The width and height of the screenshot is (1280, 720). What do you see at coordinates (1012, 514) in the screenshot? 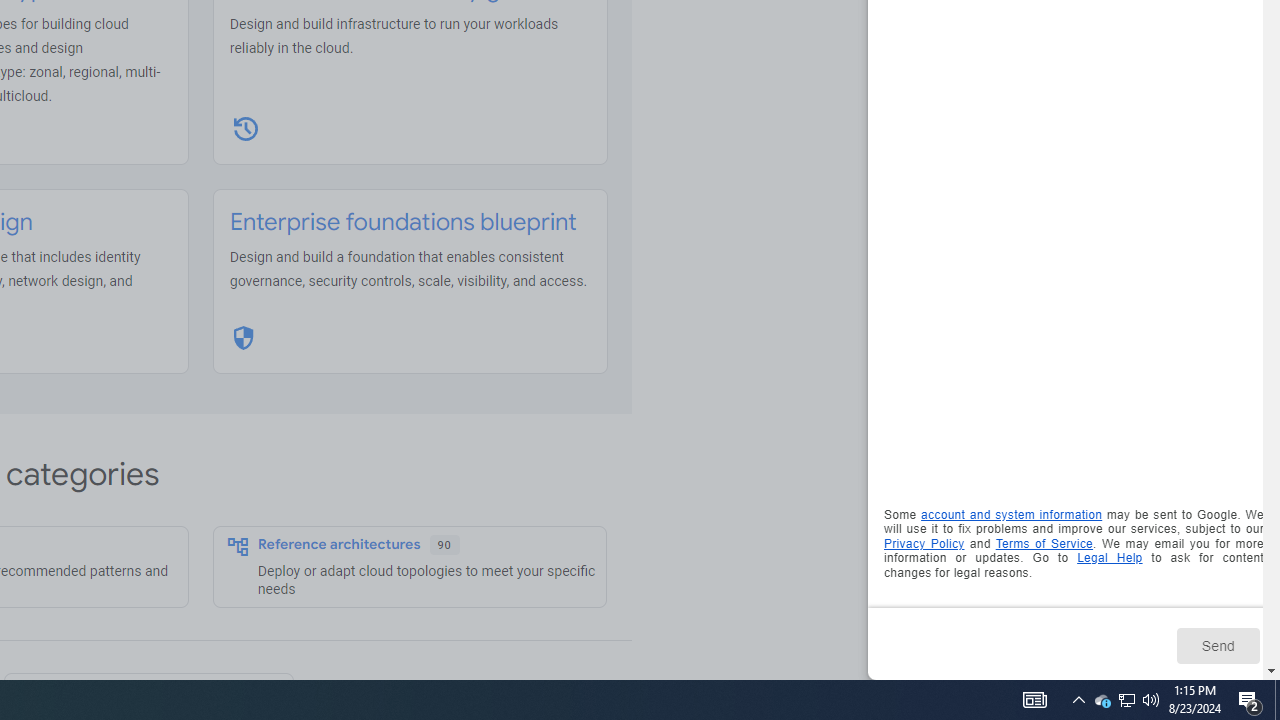
I see `'account and system information'` at bounding box center [1012, 514].